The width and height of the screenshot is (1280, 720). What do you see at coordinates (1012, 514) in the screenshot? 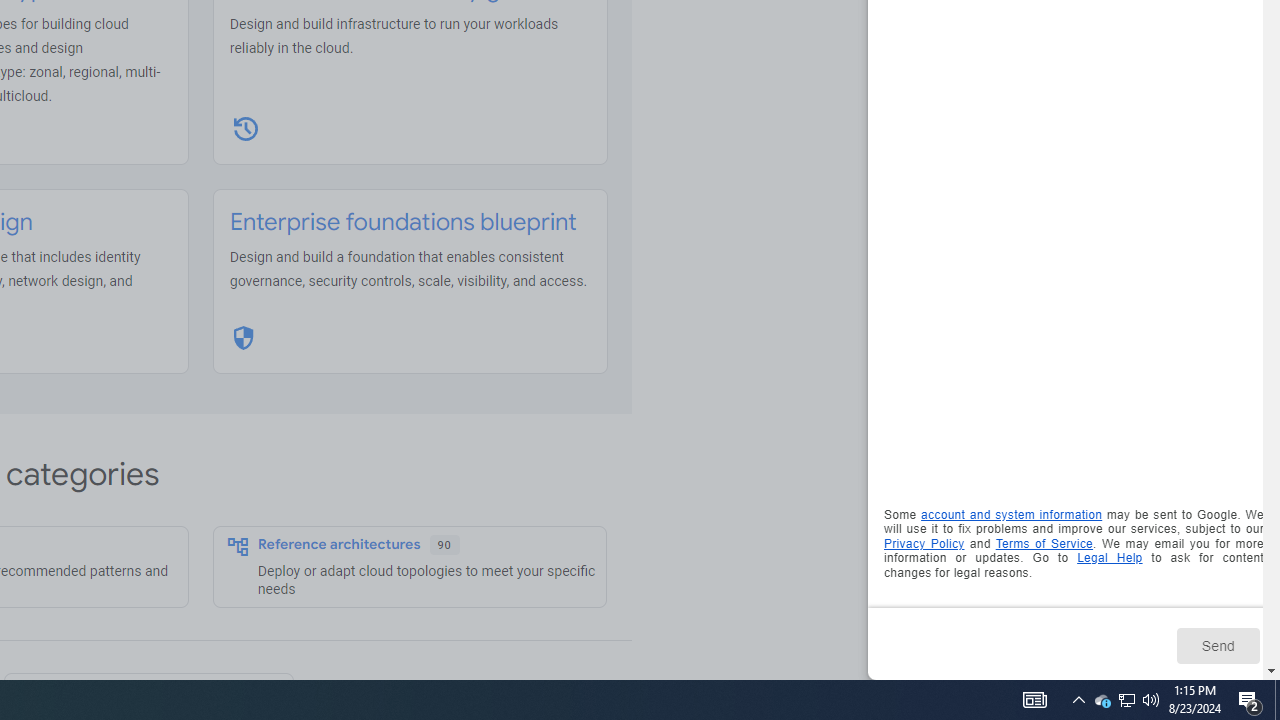
I see `'account and system information'` at bounding box center [1012, 514].